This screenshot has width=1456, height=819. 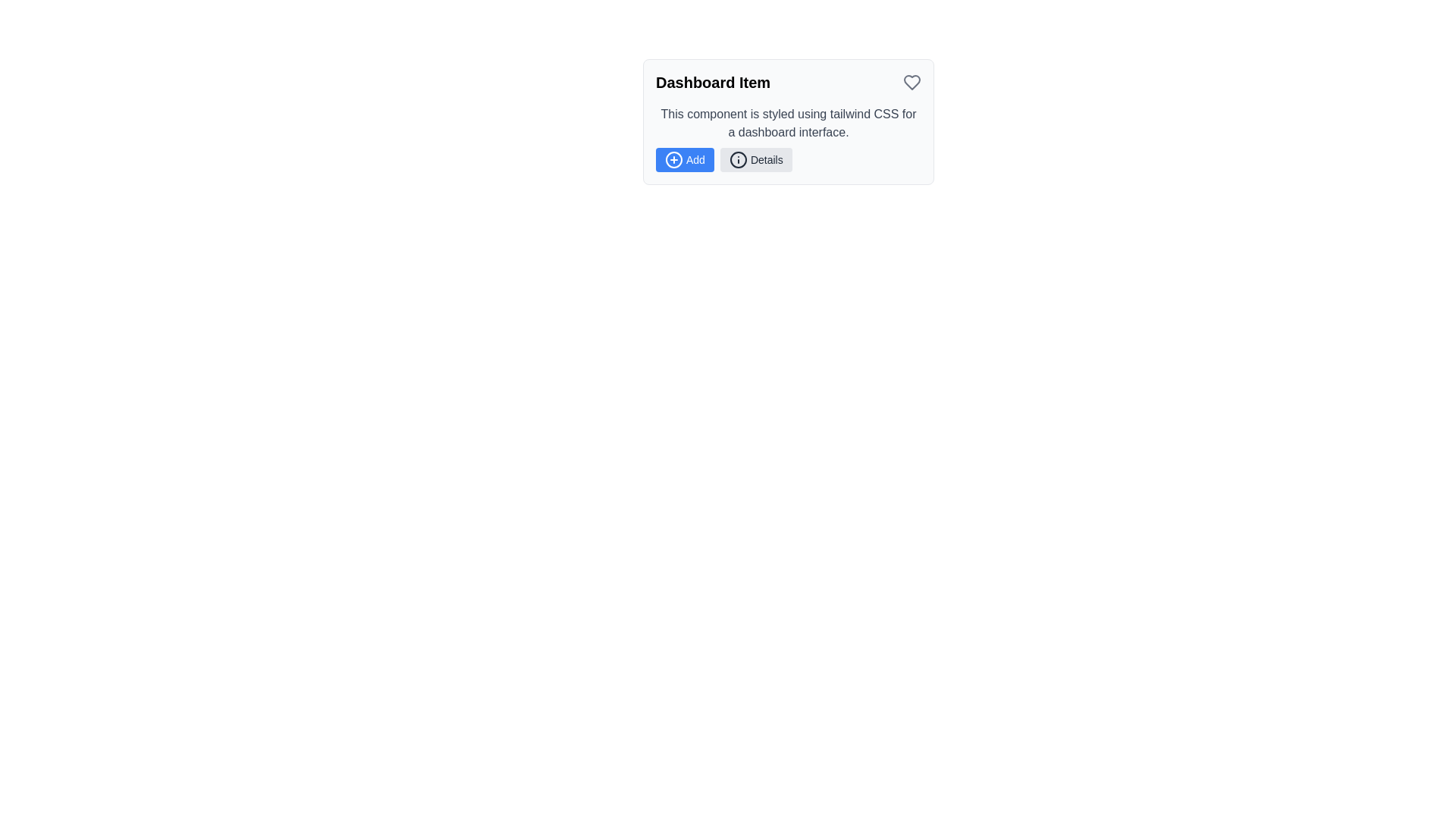 What do you see at coordinates (756, 160) in the screenshot?
I see `the information button located to the right of the blue 'Add' button in the bottom central section of the dashboard` at bounding box center [756, 160].